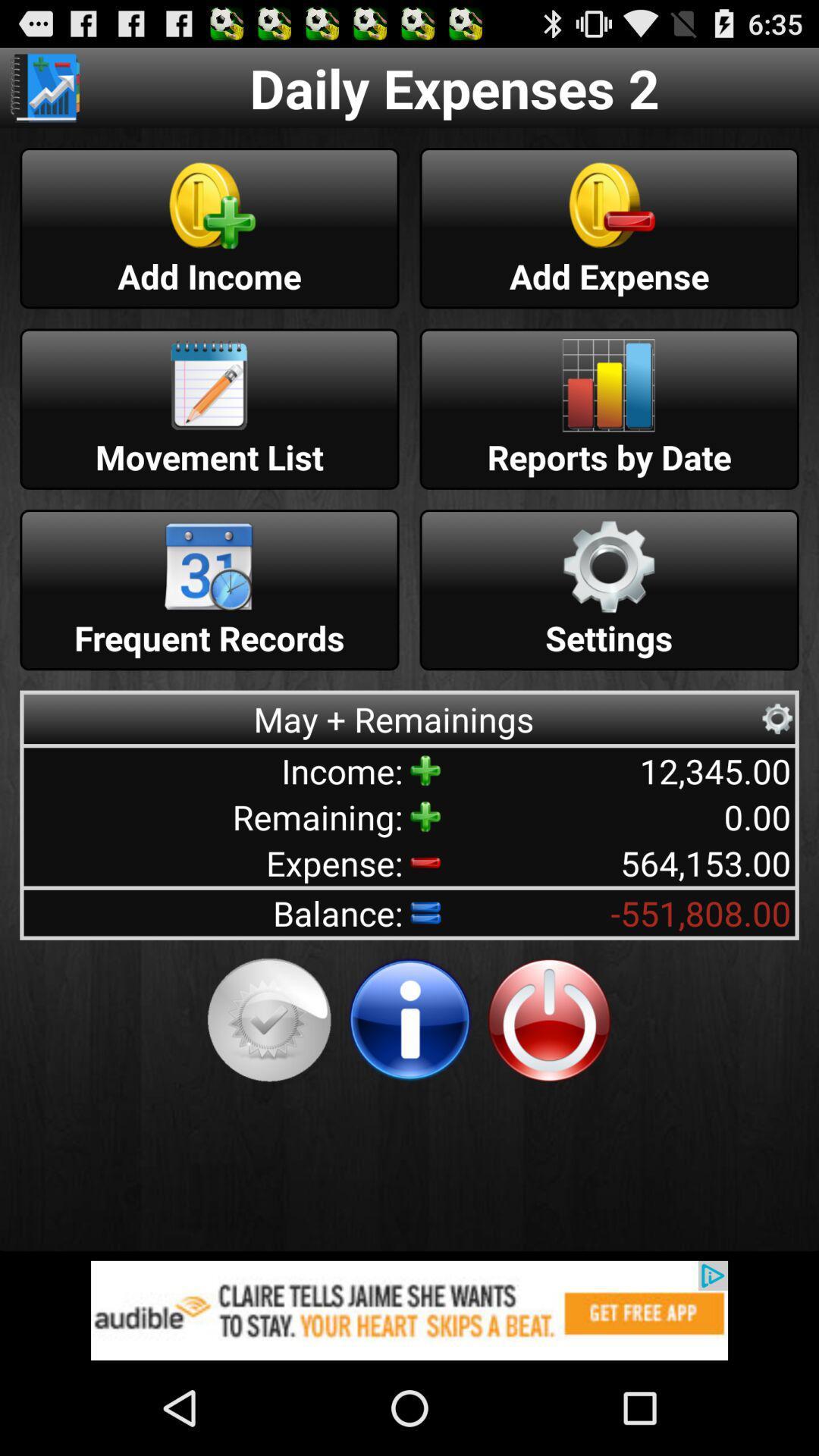 This screenshot has height=1456, width=819. What do you see at coordinates (268, 1020) in the screenshot?
I see `confirm selection` at bounding box center [268, 1020].